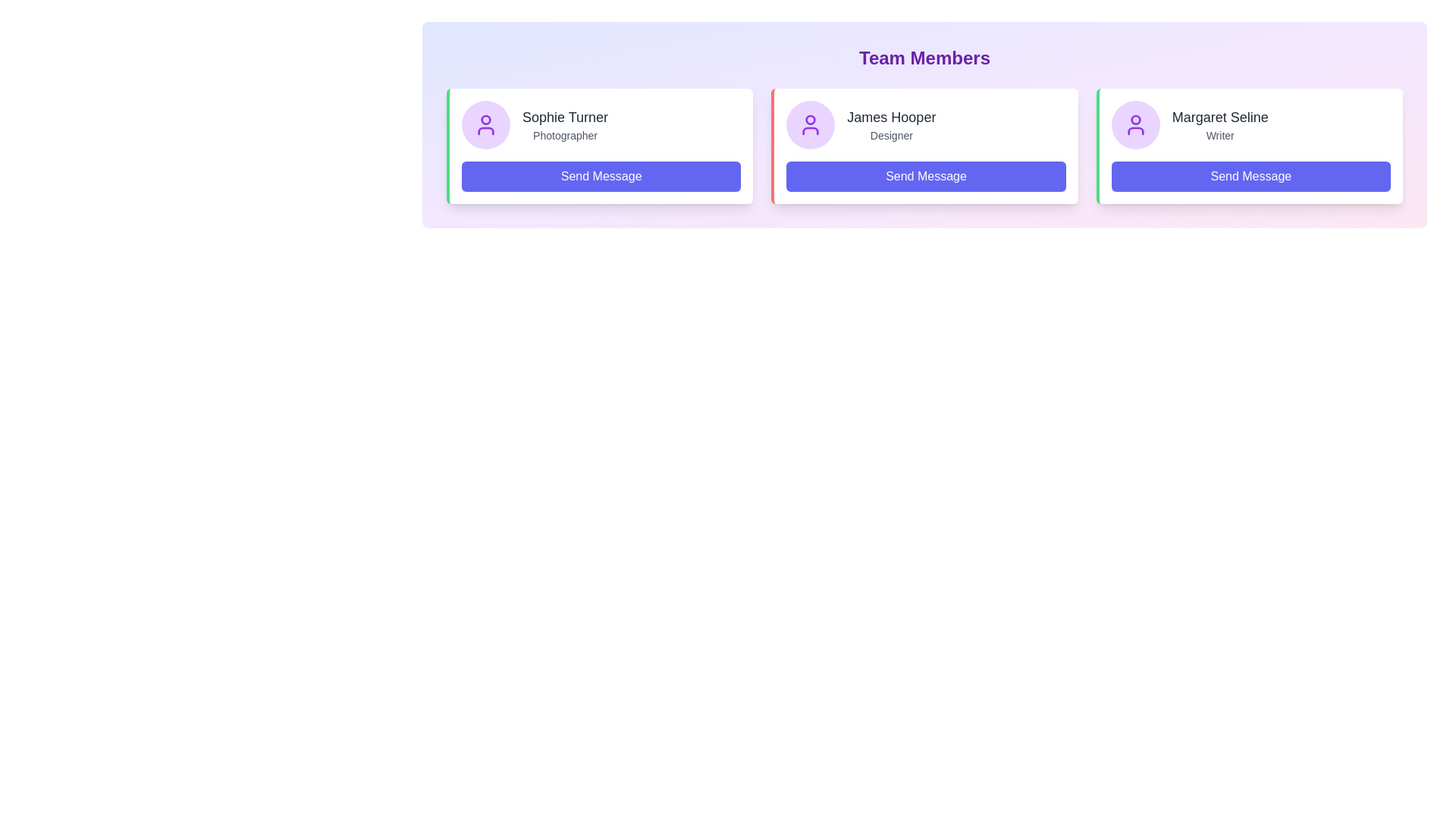 This screenshot has height=819, width=1456. I want to click on the text label reading 'Photographer', which is styled with a smaller gray font and located beneath 'Sophie Turner' in a card-like component, so click(564, 134).